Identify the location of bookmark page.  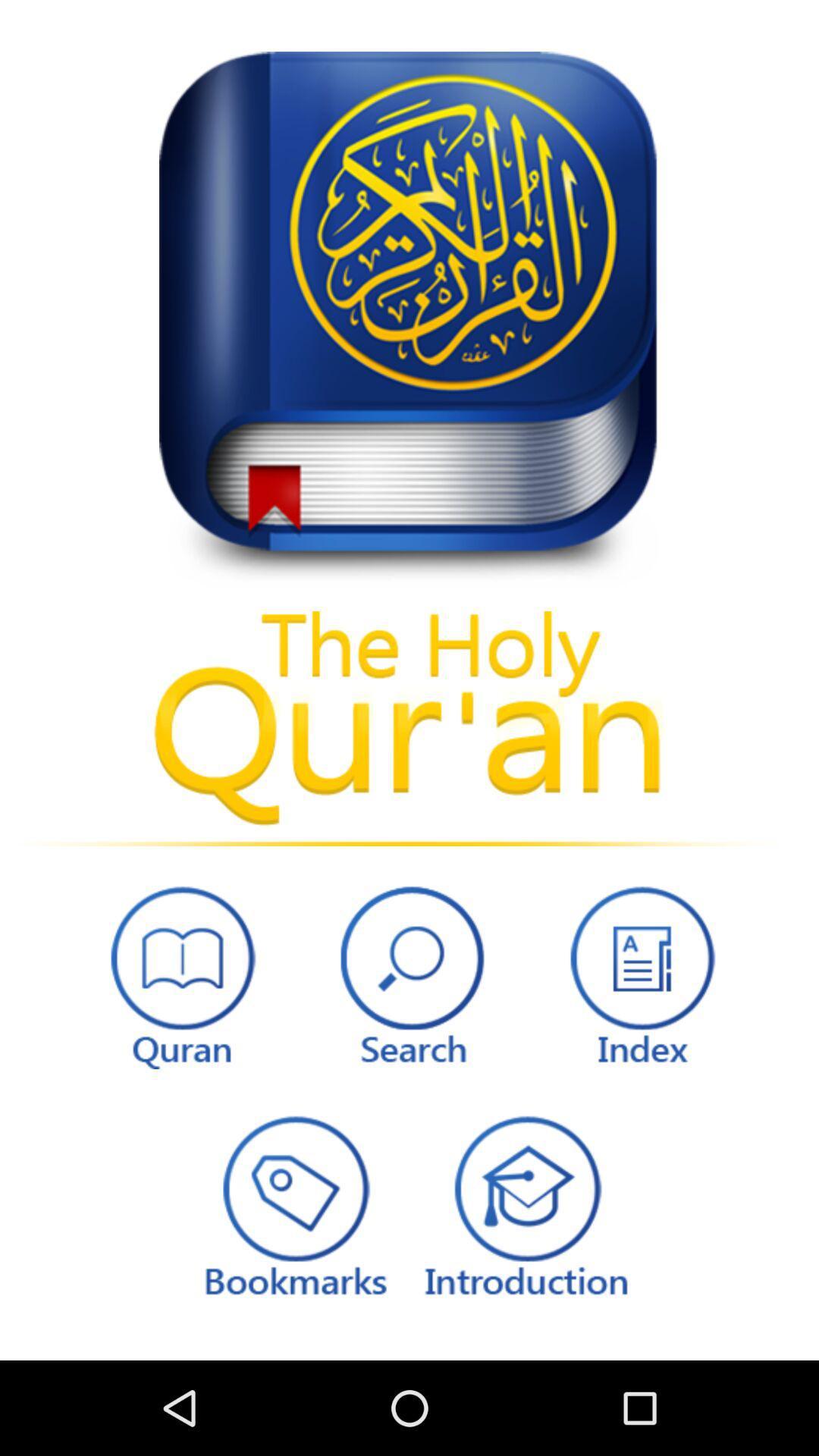
(293, 1203).